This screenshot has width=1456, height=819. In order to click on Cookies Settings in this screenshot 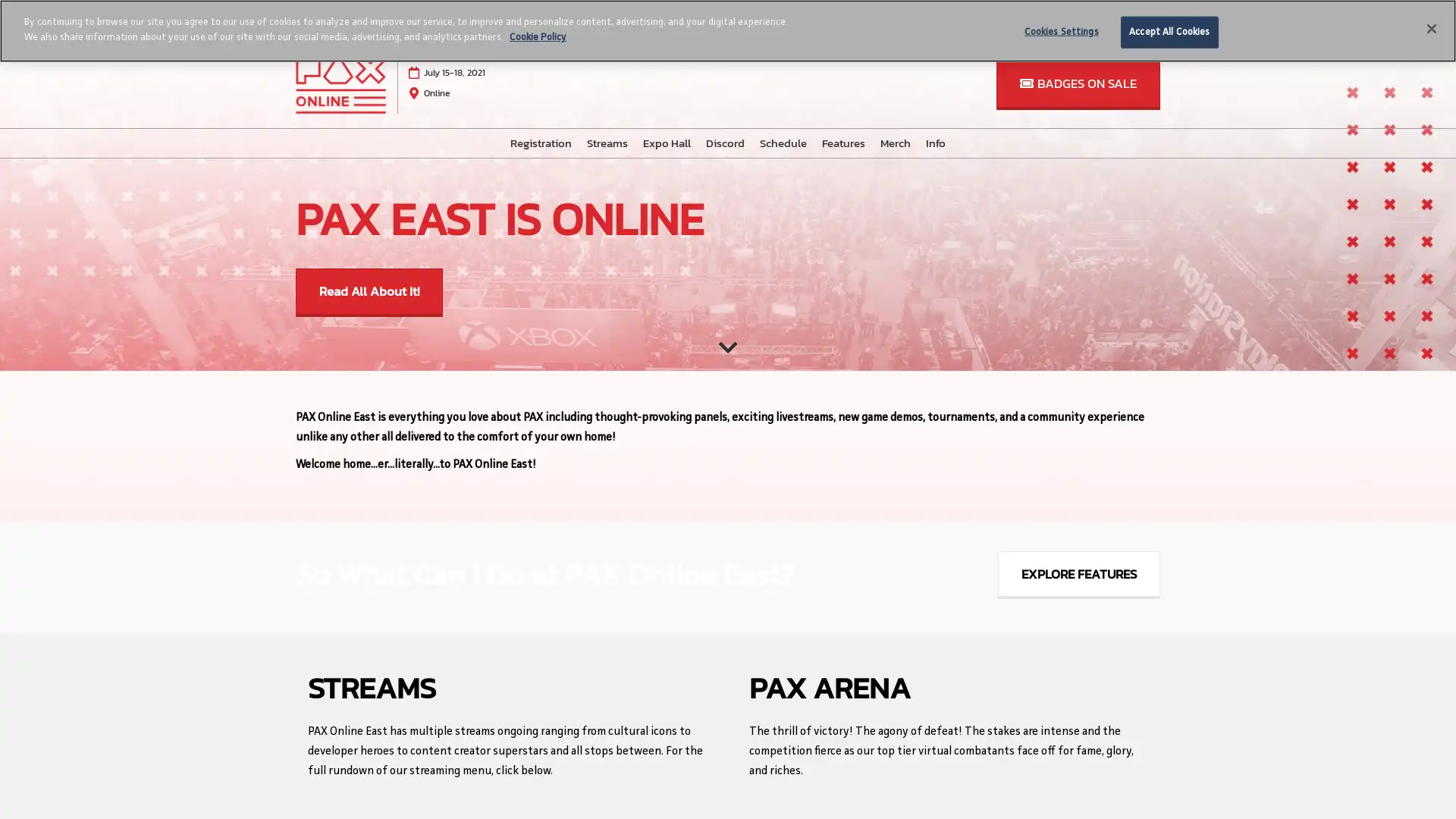, I will do `click(1060, 32)`.